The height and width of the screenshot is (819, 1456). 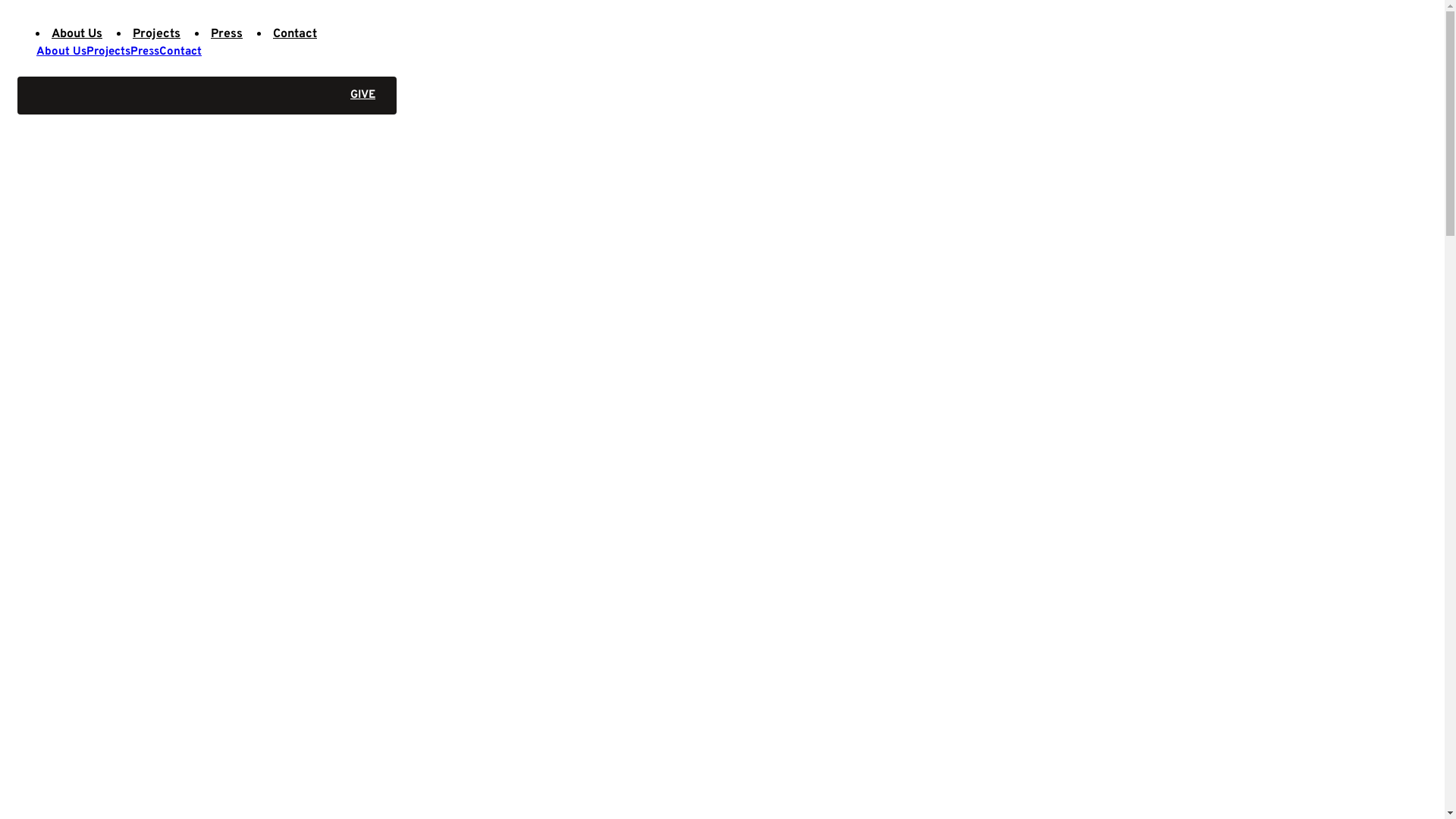 What do you see at coordinates (225, 34) in the screenshot?
I see `'Press'` at bounding box center [225, 34].